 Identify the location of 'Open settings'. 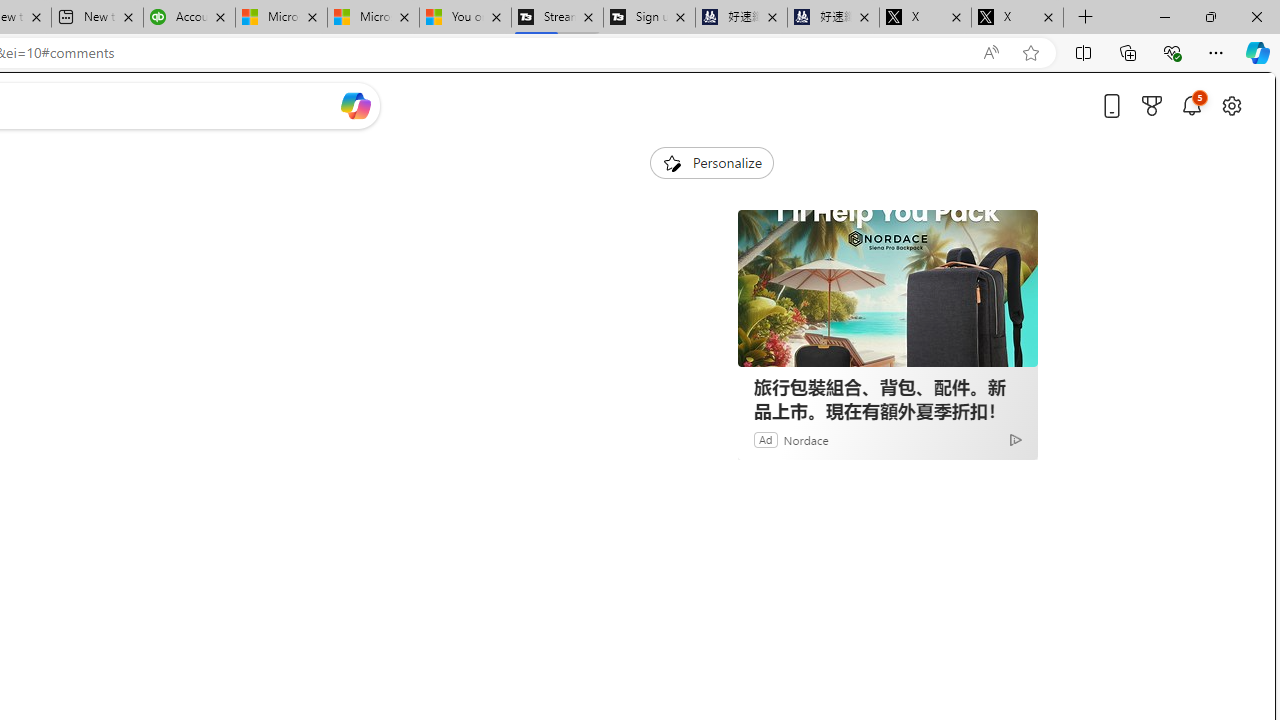
(1231, 105).